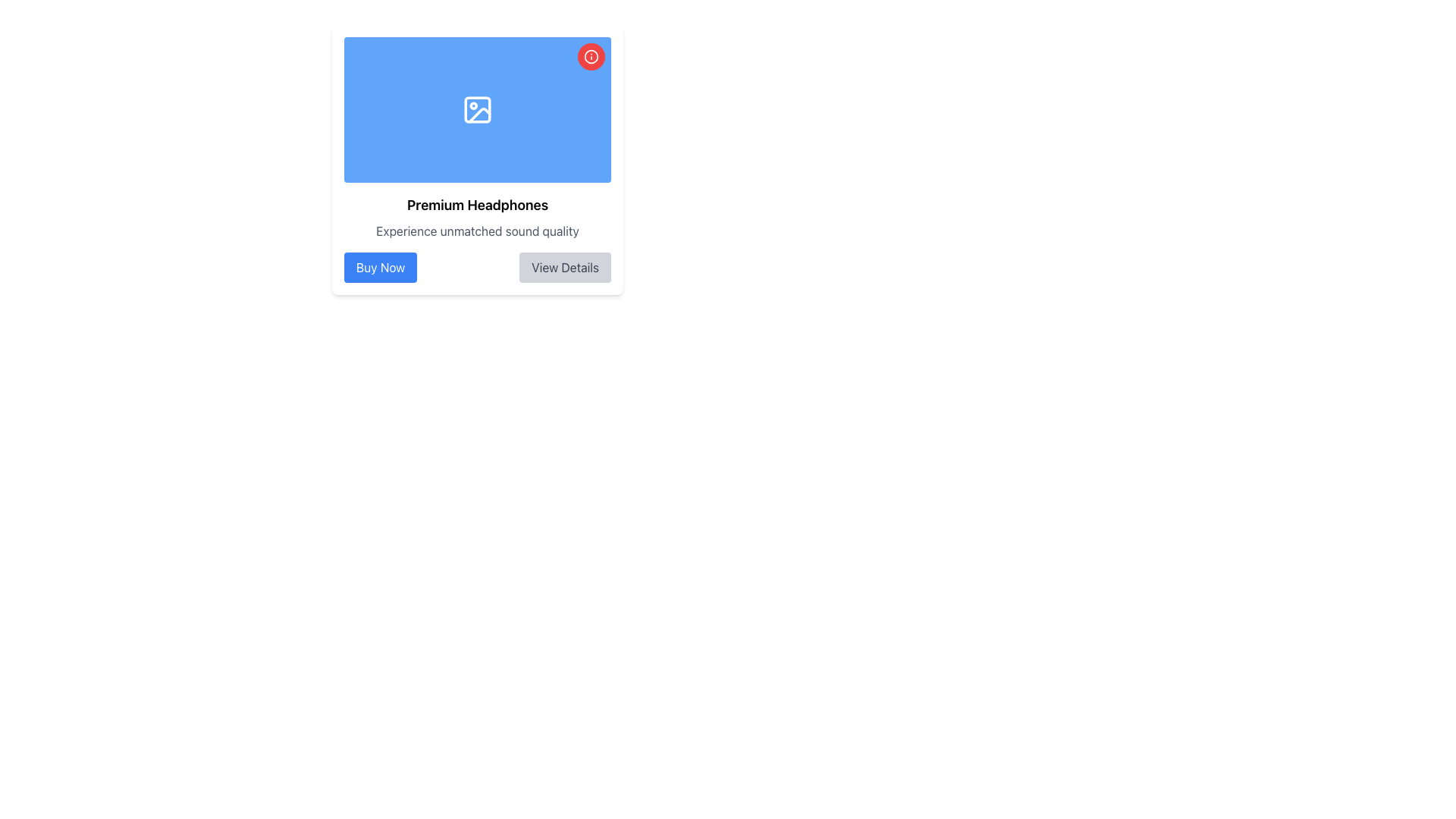  Describe the element at coordinates (564, 267) in the screenshot. I see `the 'View Details' button, which is a rectangular button with a light gray background and dark gray text, located in the bottom-right of the card UI component below the 'Premium Headphones' description` at that location.